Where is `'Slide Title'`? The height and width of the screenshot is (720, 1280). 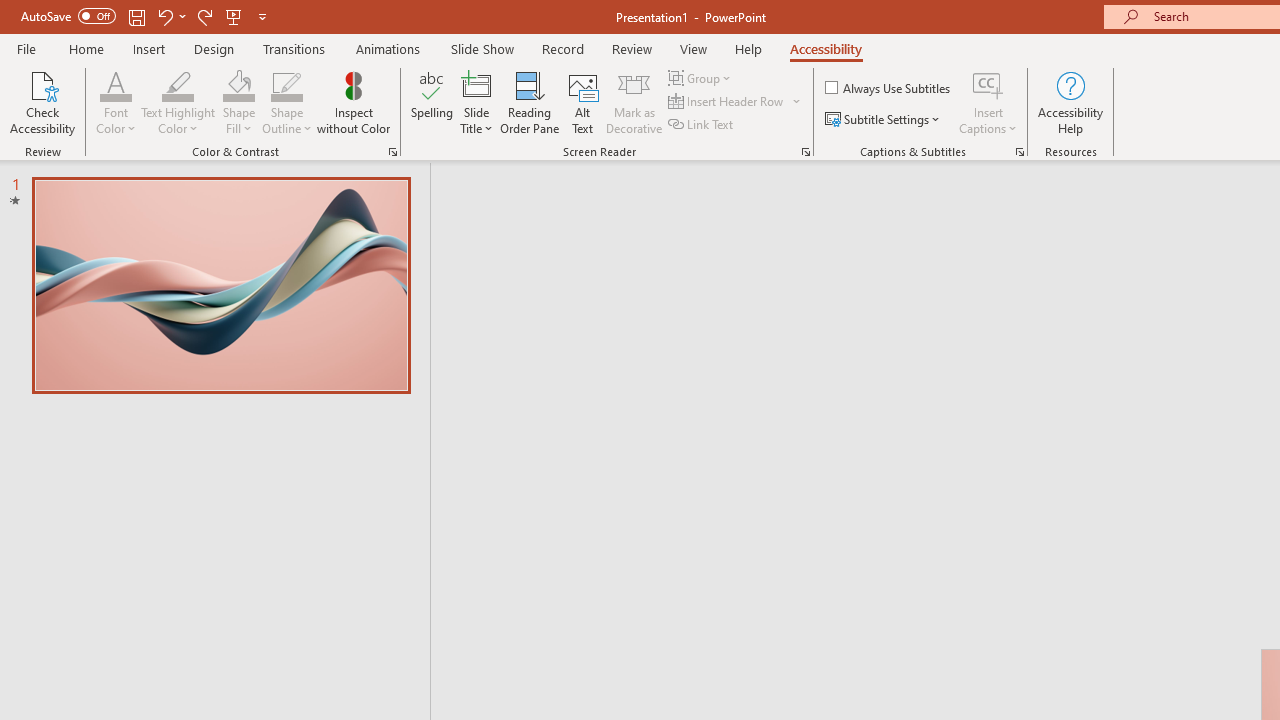
'Slide Title' is located at coordinates (475, 103).